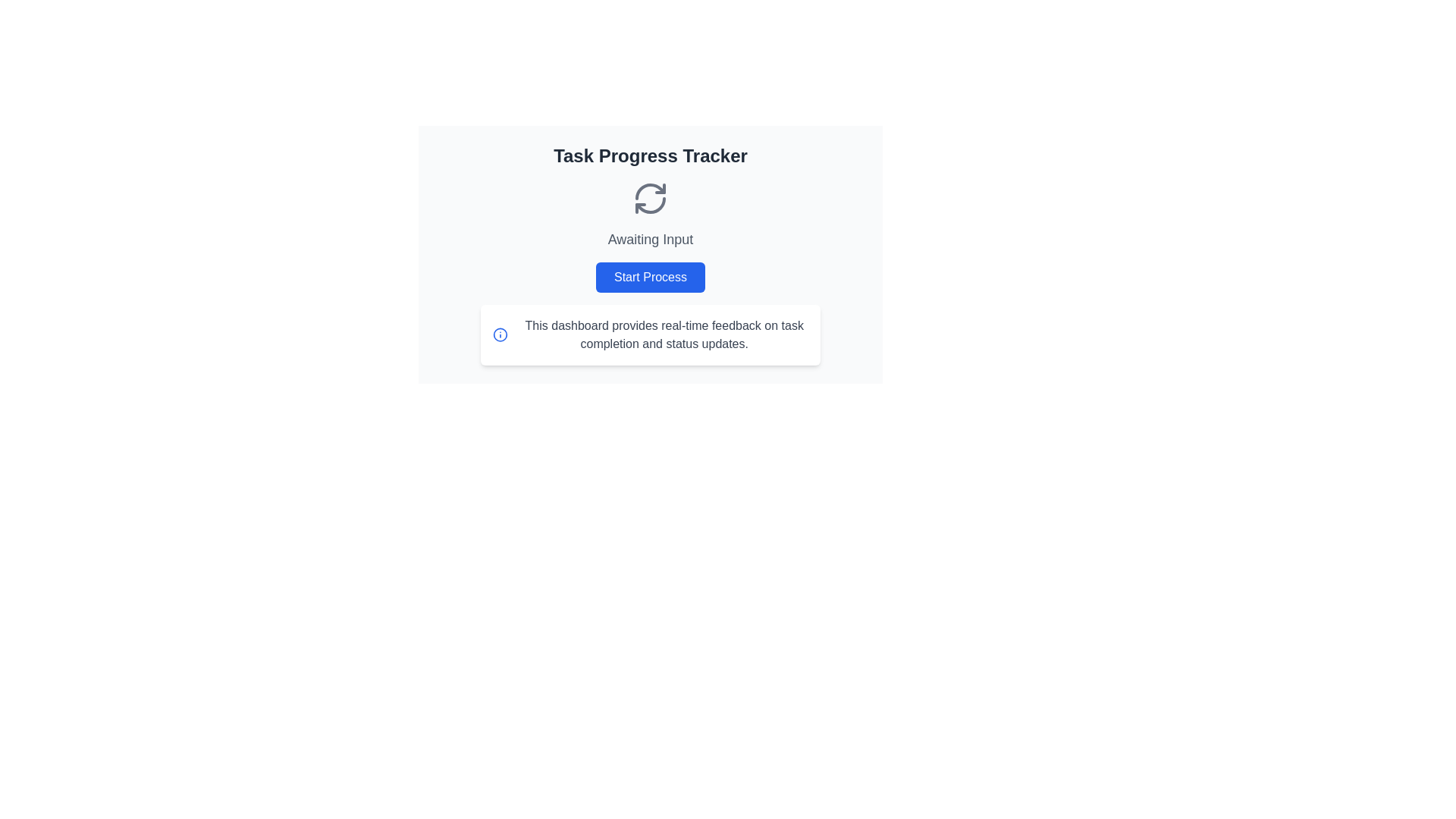 This screenshot has width=1456, height=819. I want to click on the status indicator text label displaying 'Awaiting Input', which is located below the 'Task Progress Tracker' header and above the 'Start Process' button, so click(651, 239).